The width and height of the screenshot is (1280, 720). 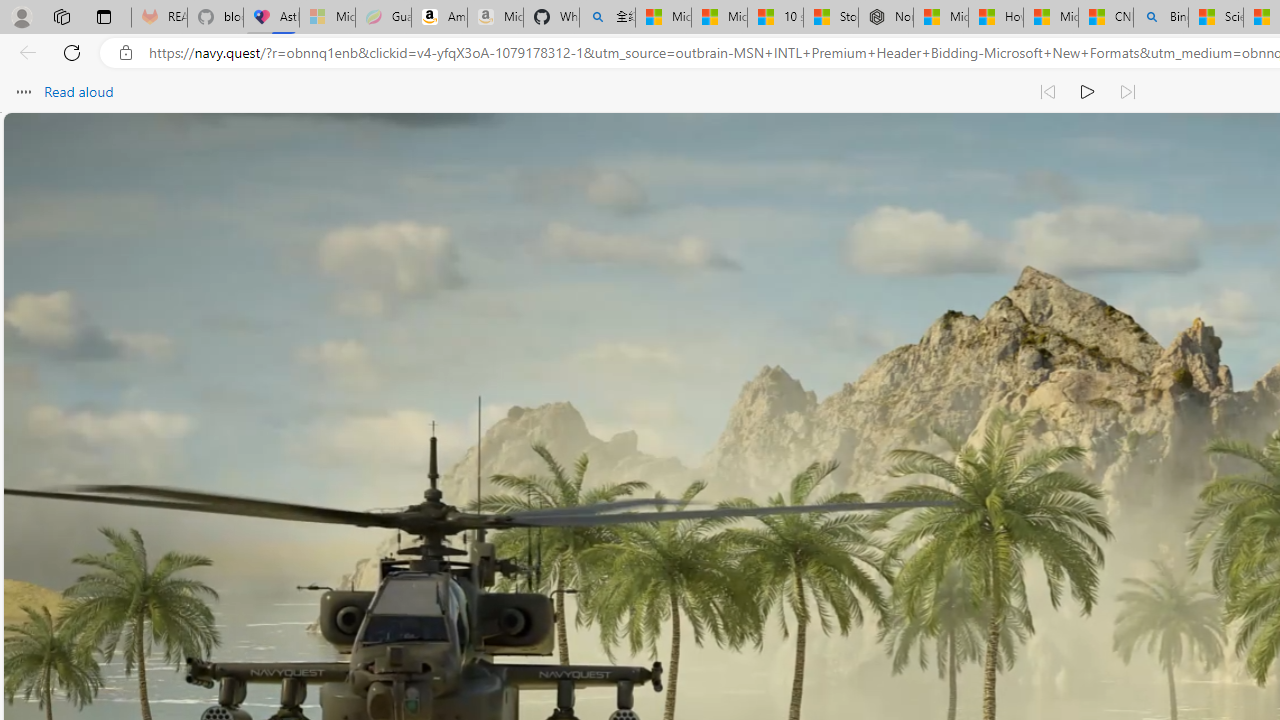 I want to click on 'How I Got Rid of Microsoft Edge', so click(x=995, y=17).